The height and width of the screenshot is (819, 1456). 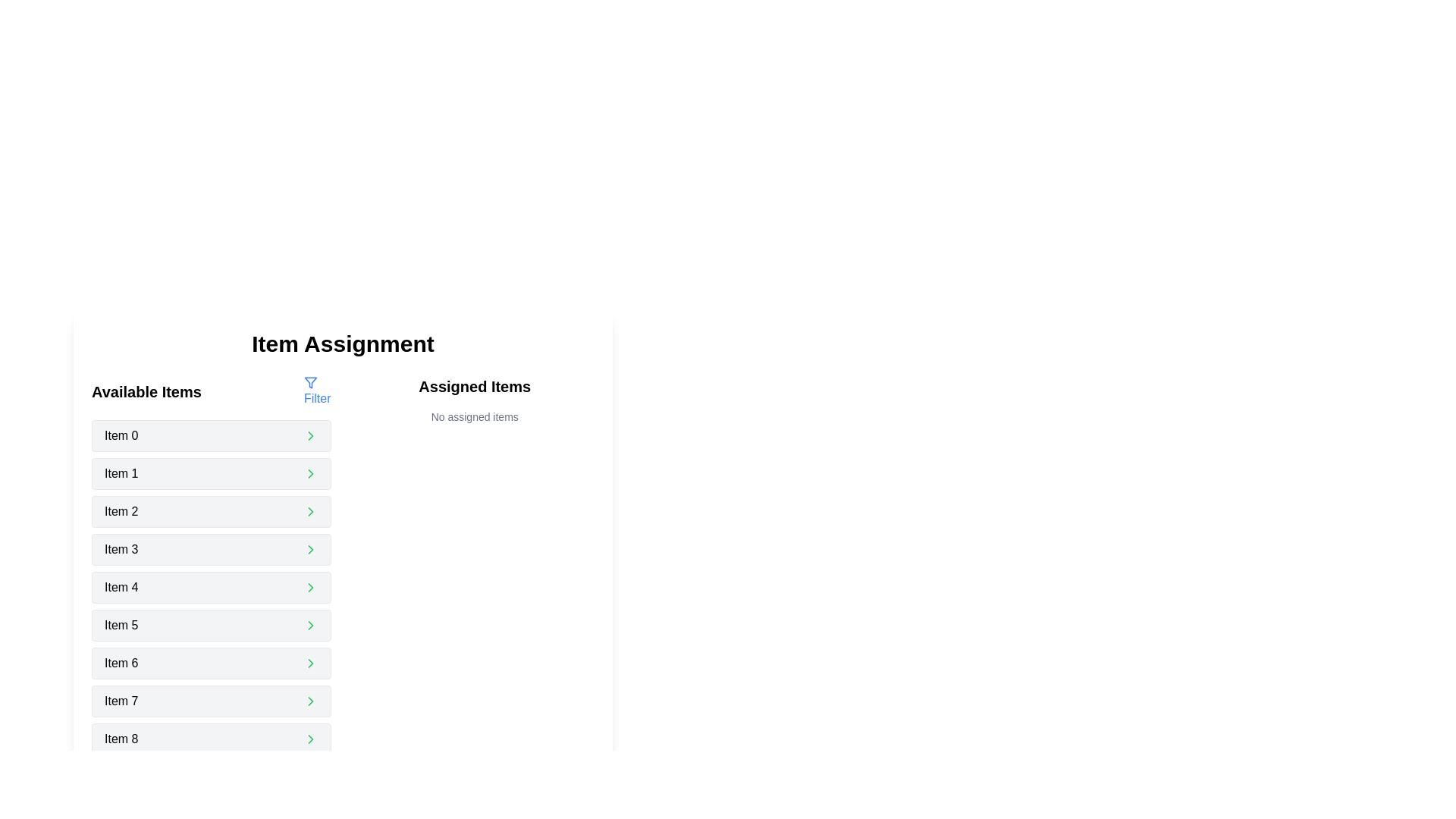 I want to click on the Arrow Button located at the rightmost area of the 'Item 4' row in the 'Available Items' list, so click(x=309, y=587).